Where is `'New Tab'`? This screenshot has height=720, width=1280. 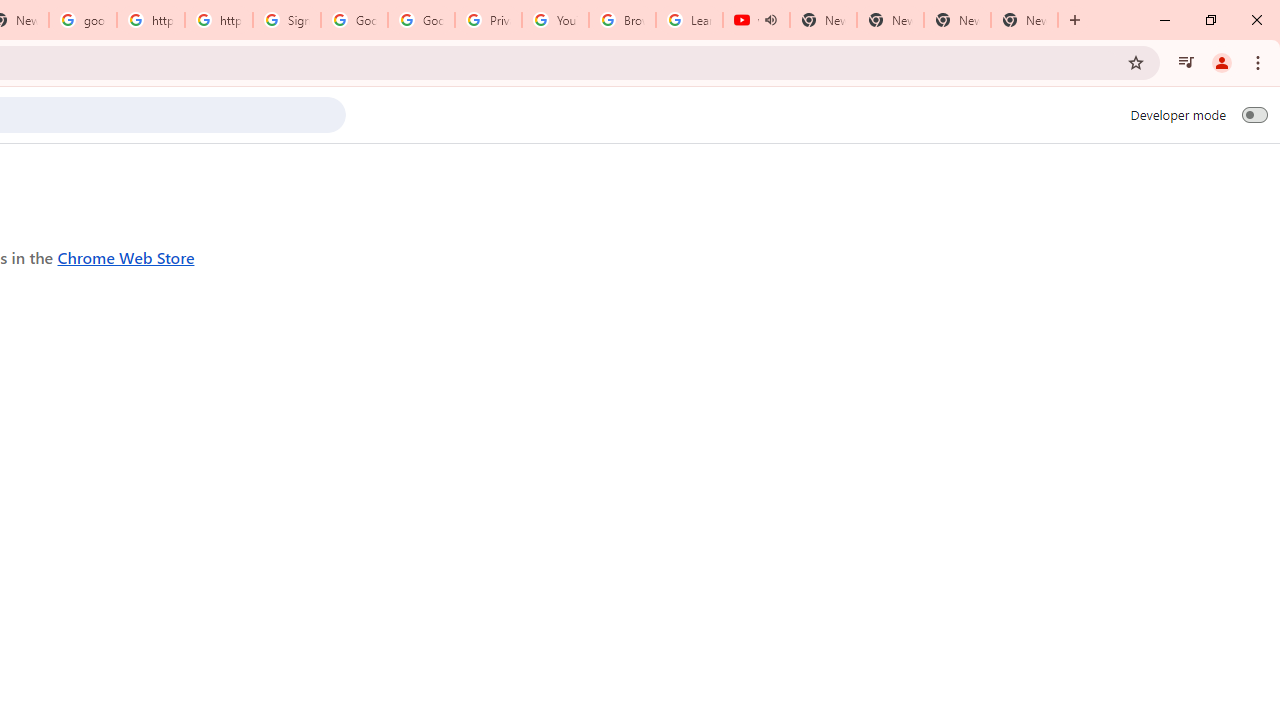 'New Tab' is located at coordinates (1024, 20).